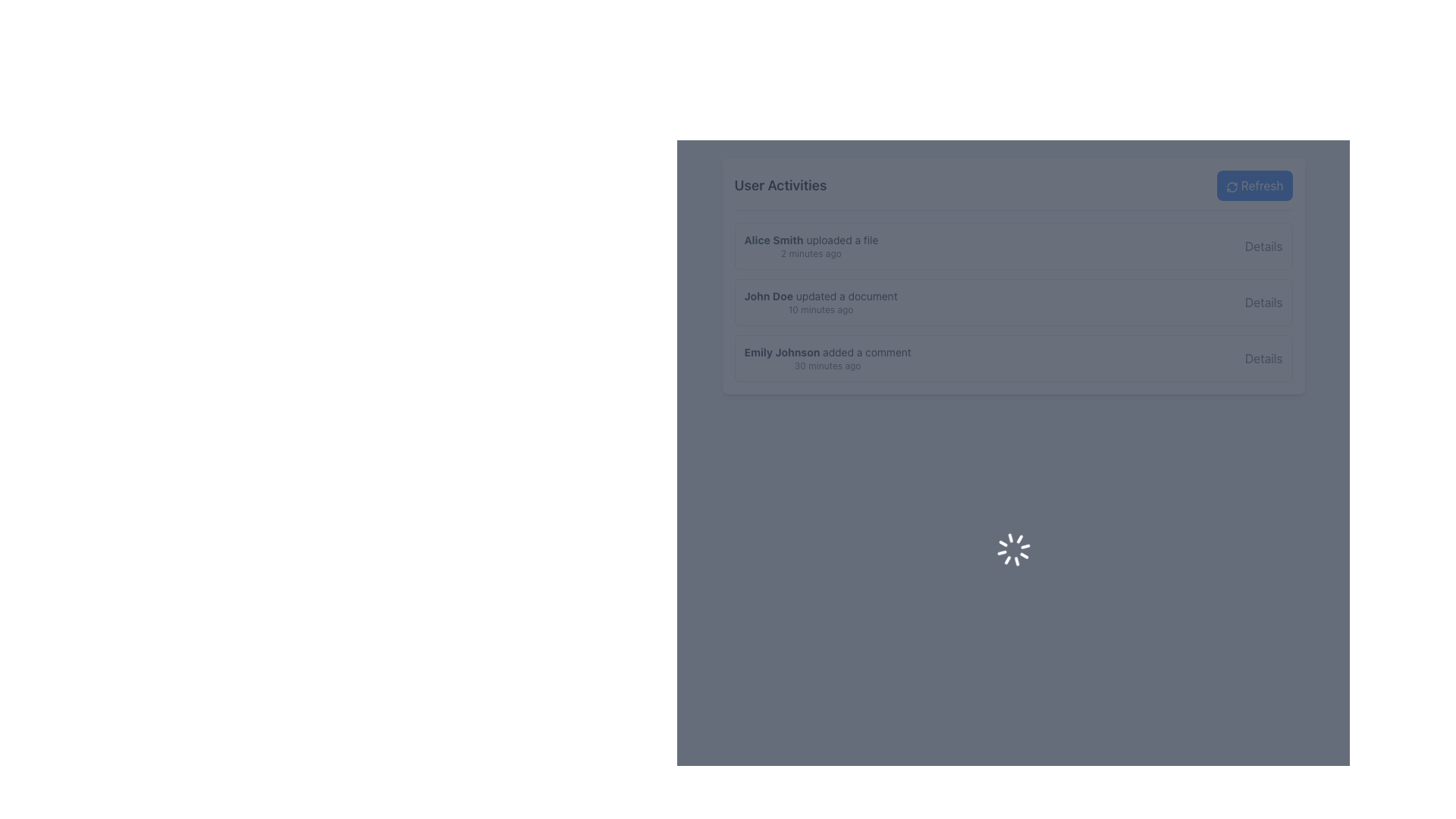 The height and width of the screenshot is (819, 1456). Describe the element at coordinates (1013, 302) in the screenshot. I see `the 'Details' link of the Activity Feed Item indicating 'John Doe updated a document'` at that location.